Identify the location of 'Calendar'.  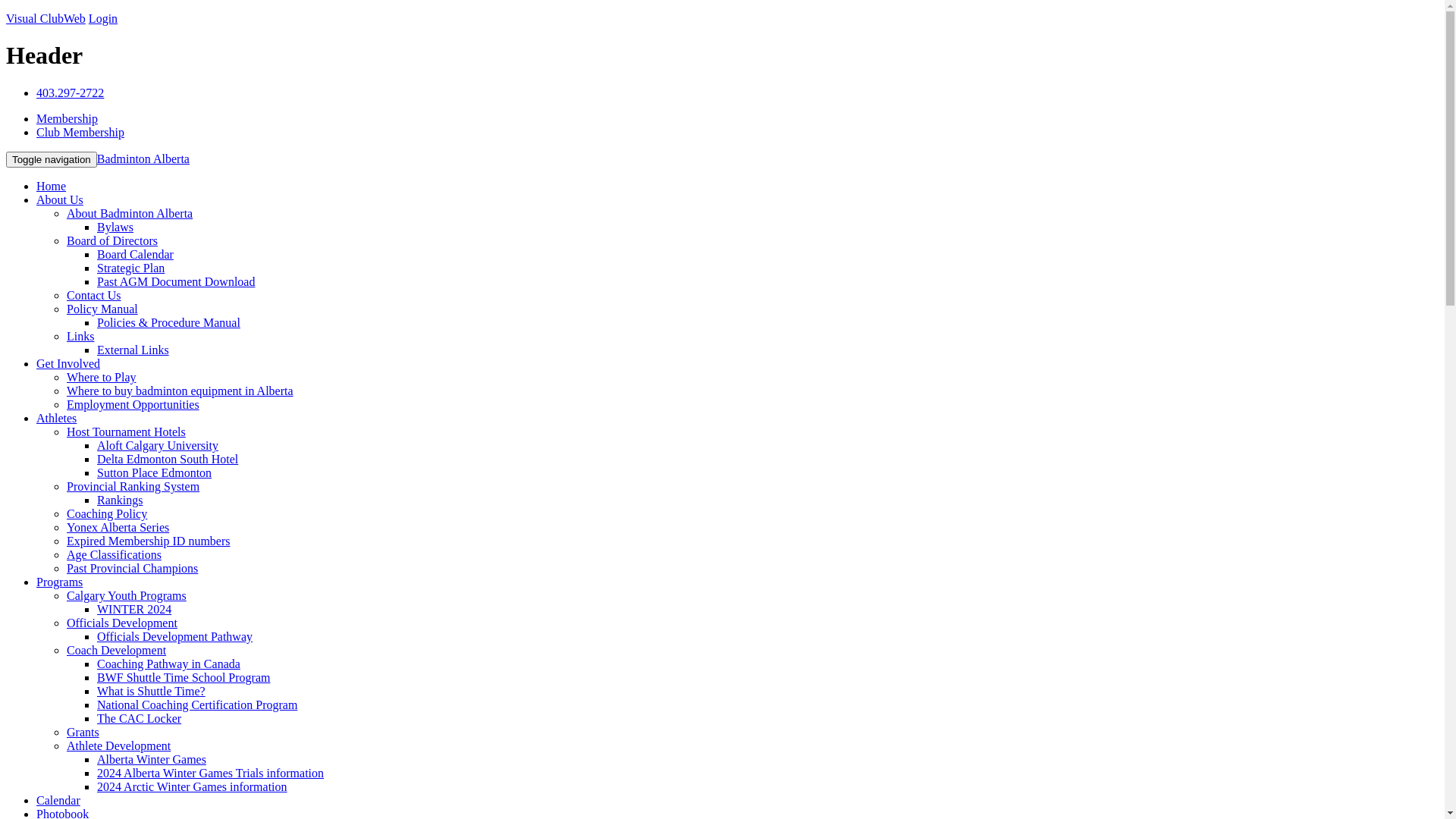
(58, 799).